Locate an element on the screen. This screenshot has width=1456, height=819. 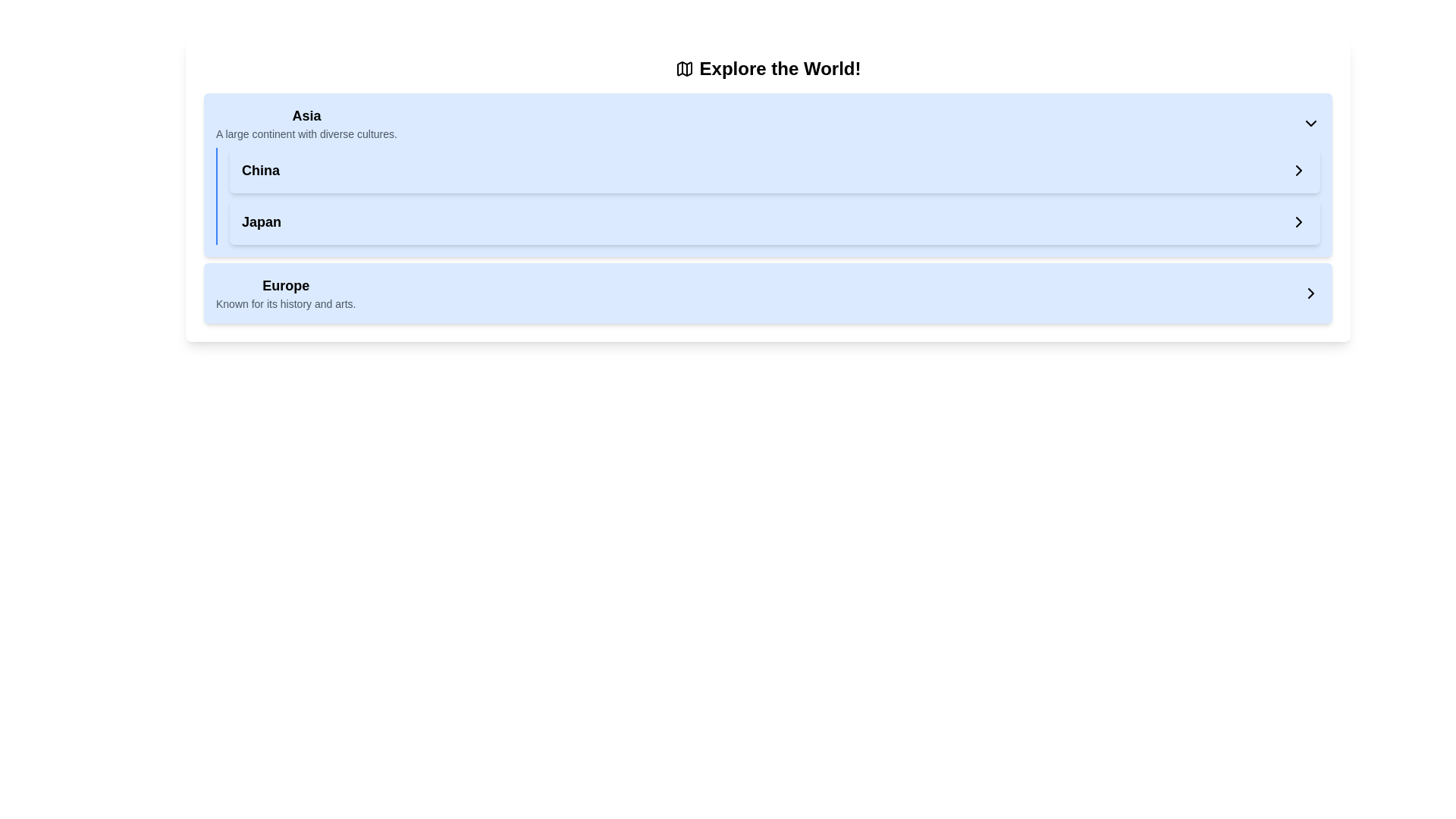
the rightward chevron icon associated with the 'Europe' header row in the collapsible list is located at coordinates (1310, 293).